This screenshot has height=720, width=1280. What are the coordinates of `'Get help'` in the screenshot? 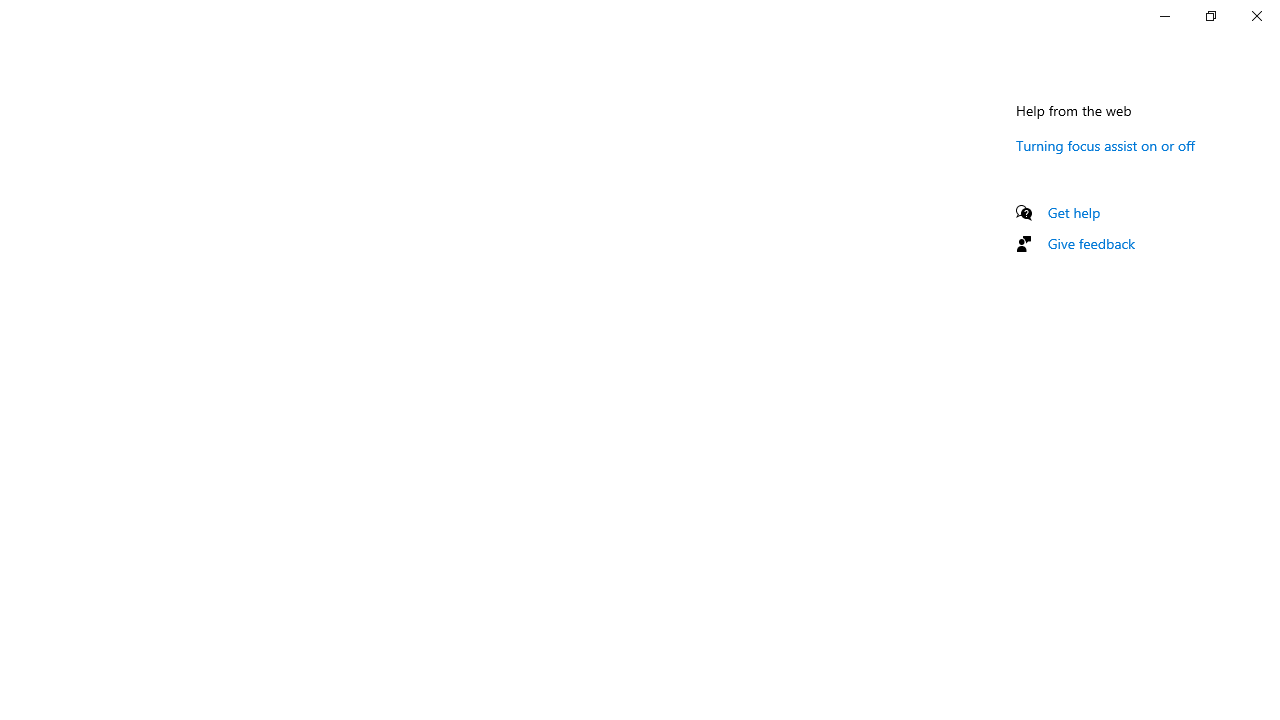 It's located at (1073, 212).